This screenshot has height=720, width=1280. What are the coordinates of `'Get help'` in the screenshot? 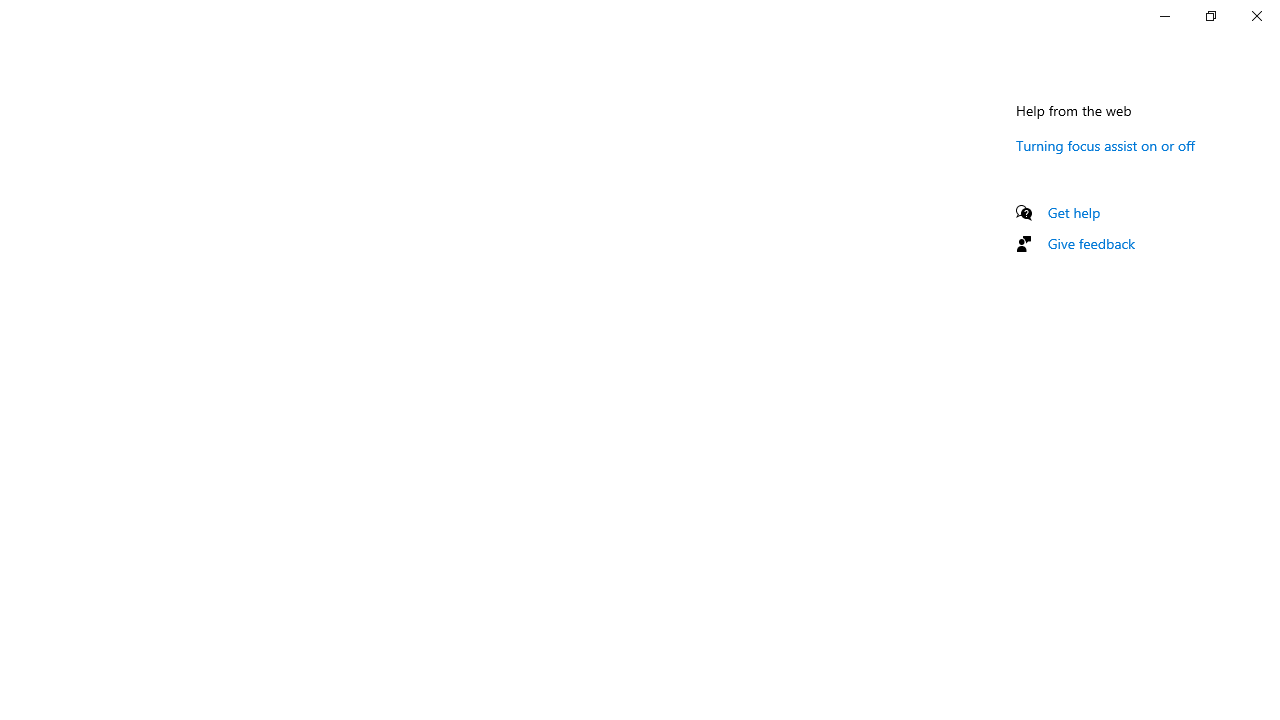 It's located at (1073, 212).